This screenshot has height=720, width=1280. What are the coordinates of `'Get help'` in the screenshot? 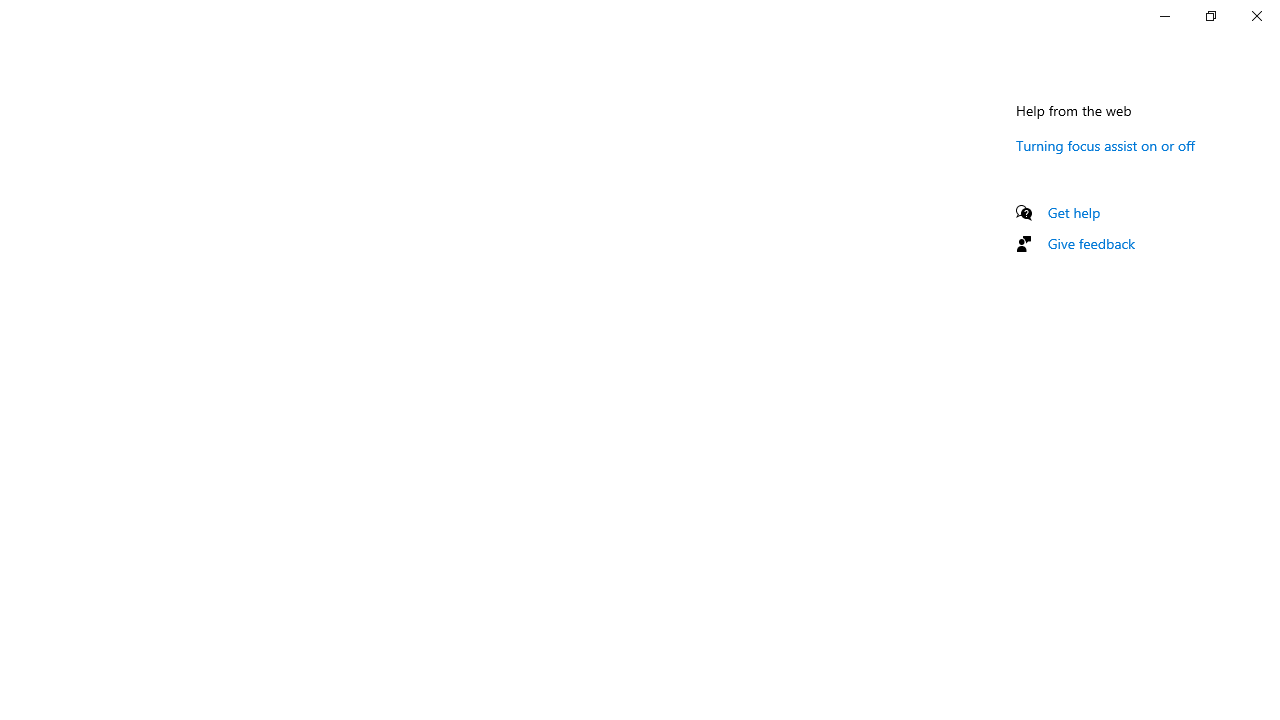 It's located at (1073, 212).